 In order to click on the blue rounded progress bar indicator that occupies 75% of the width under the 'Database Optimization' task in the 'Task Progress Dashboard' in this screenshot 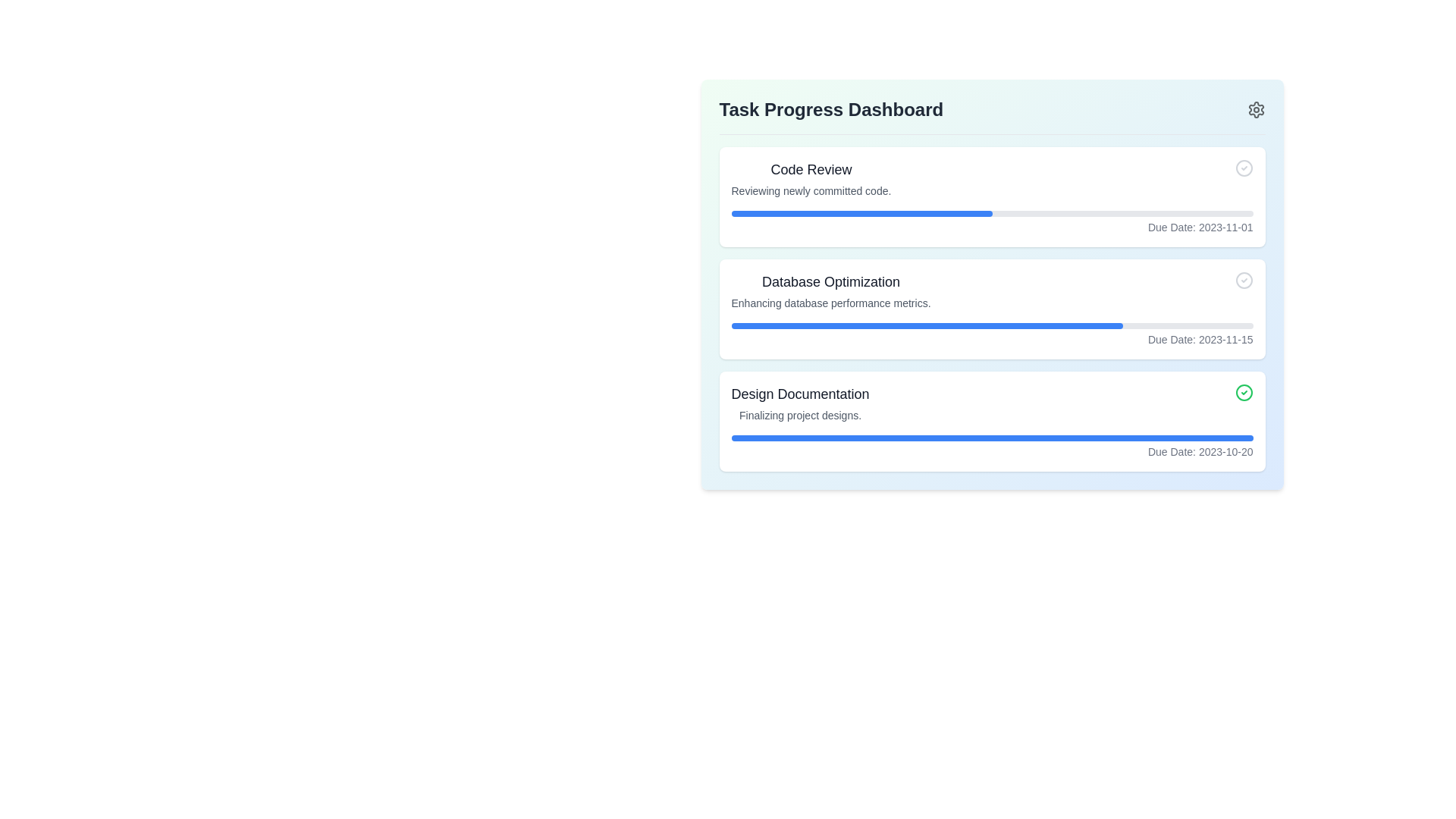, I will do `click(926, 325)`.